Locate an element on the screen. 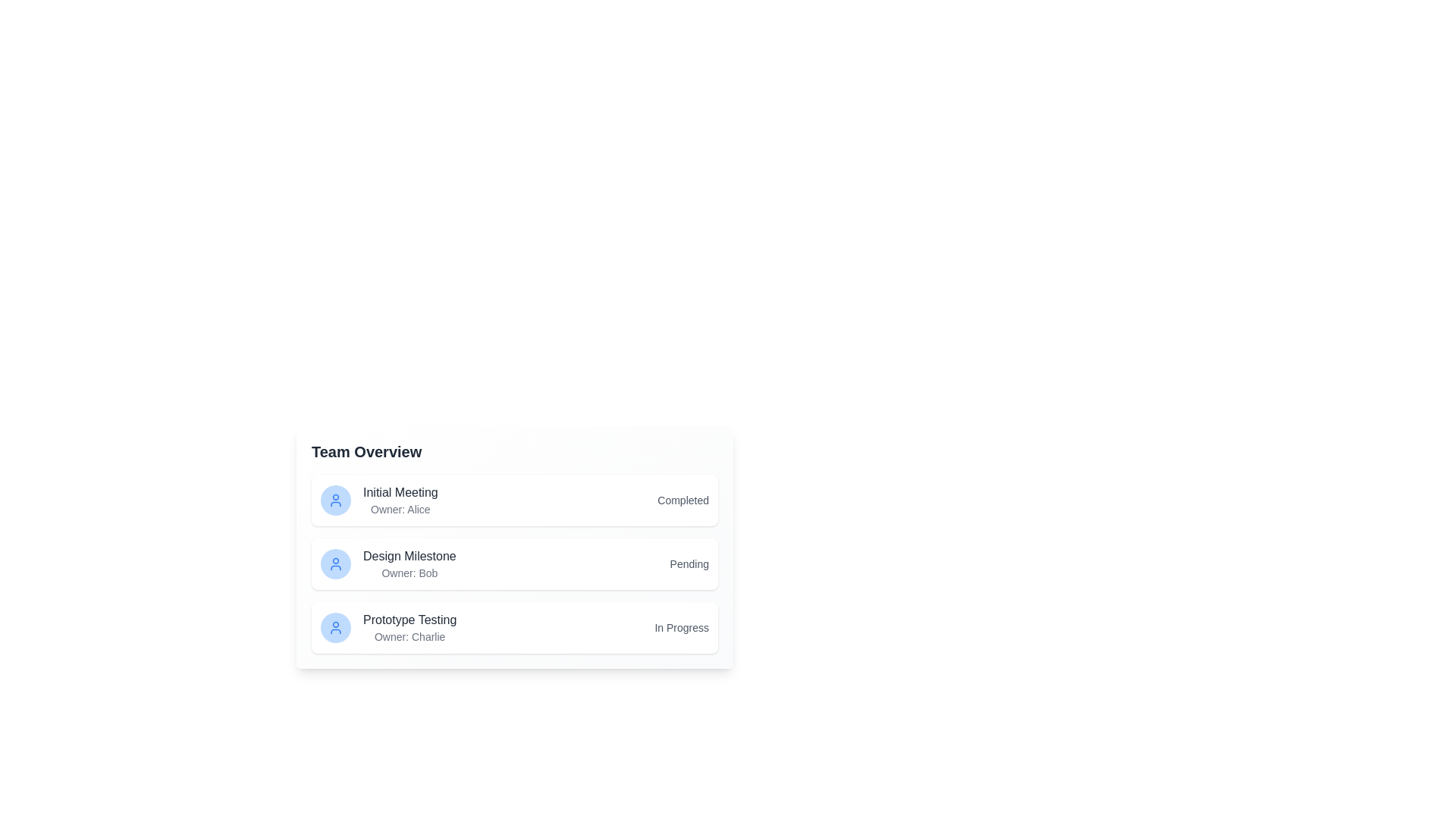 The image size is (1456, 819). the text label that displays 'Prototype Testing' and 'Owner: Charlie' in the 'Team Overview' section is located at coordinates (409, 628).